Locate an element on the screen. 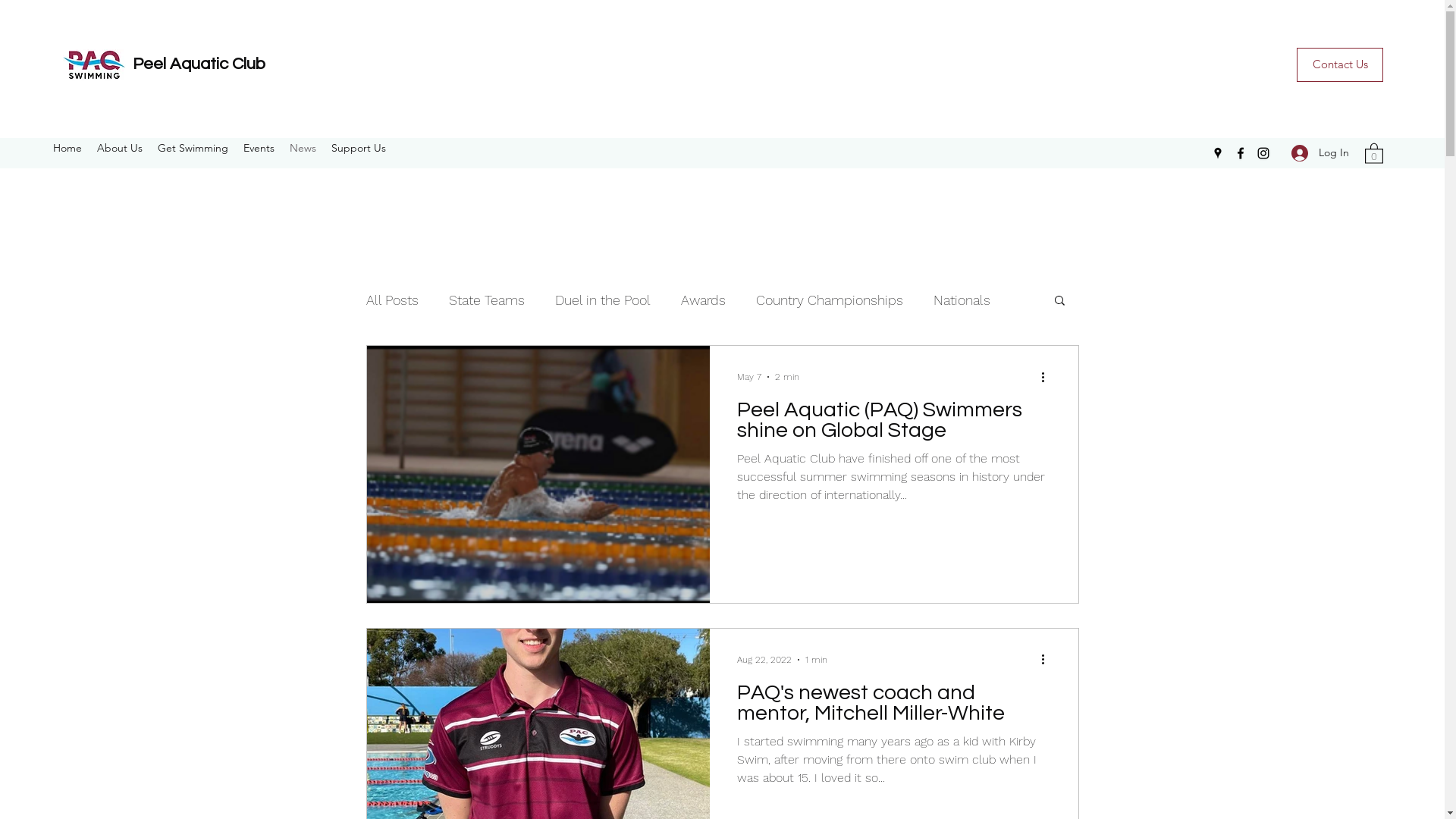 Image resolution: width=1456 pixels, height=819 pixels. 'About Us' is located at coordinates (119, 148).